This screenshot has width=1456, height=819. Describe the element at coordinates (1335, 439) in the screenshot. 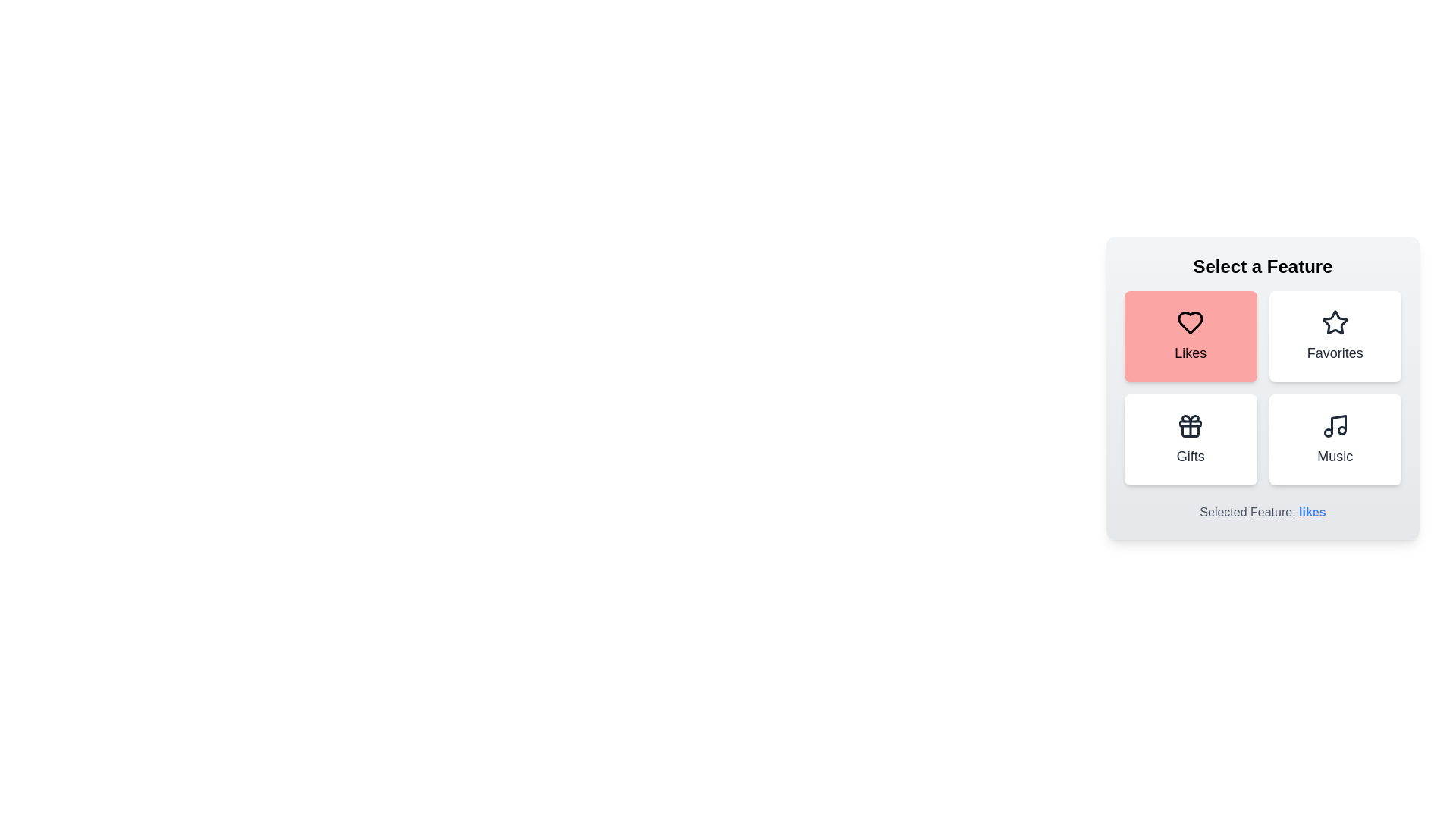

I see `the Music button to trigger its additional interaction` at that location.